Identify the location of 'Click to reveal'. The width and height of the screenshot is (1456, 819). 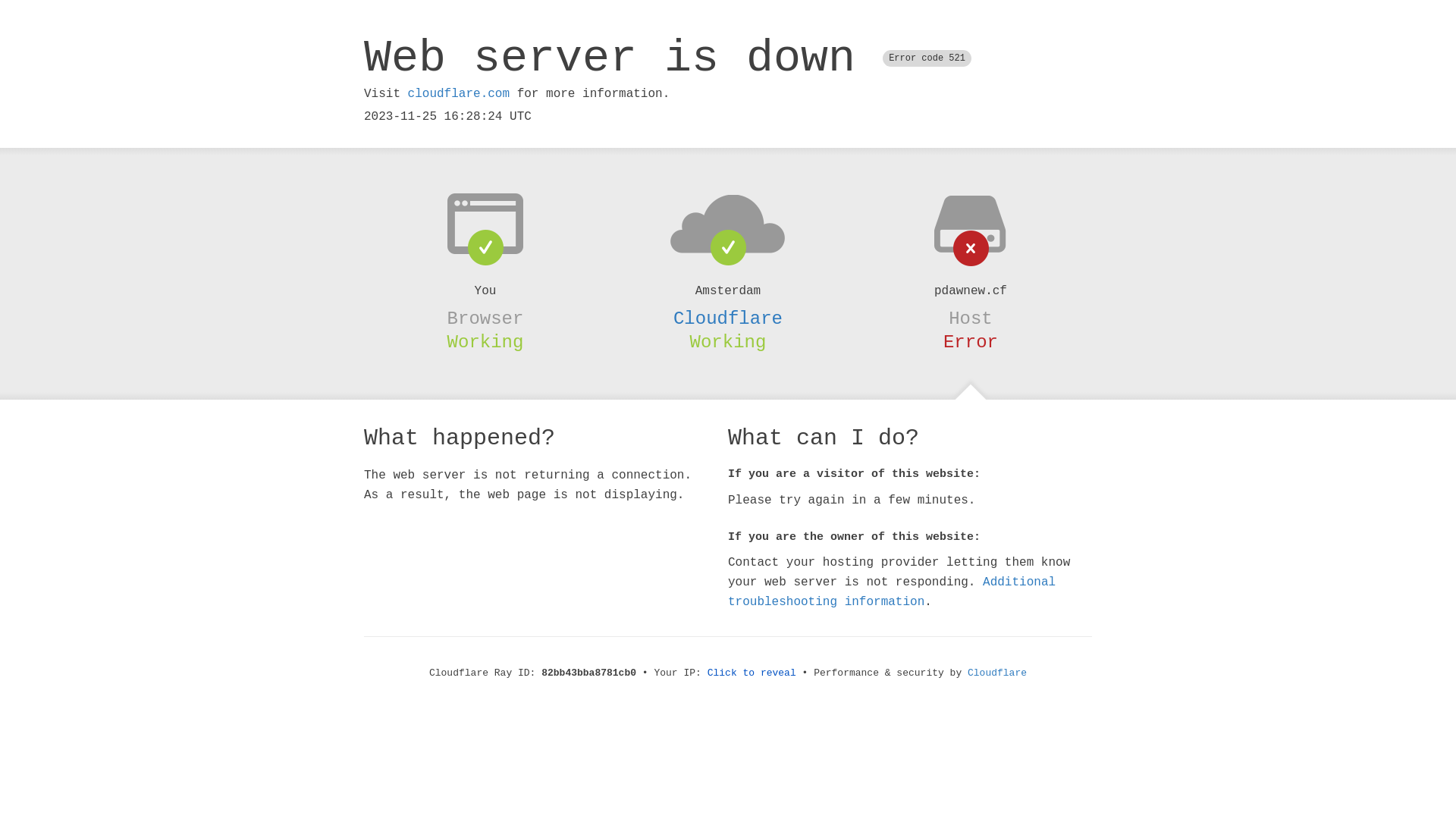
(752, 672).